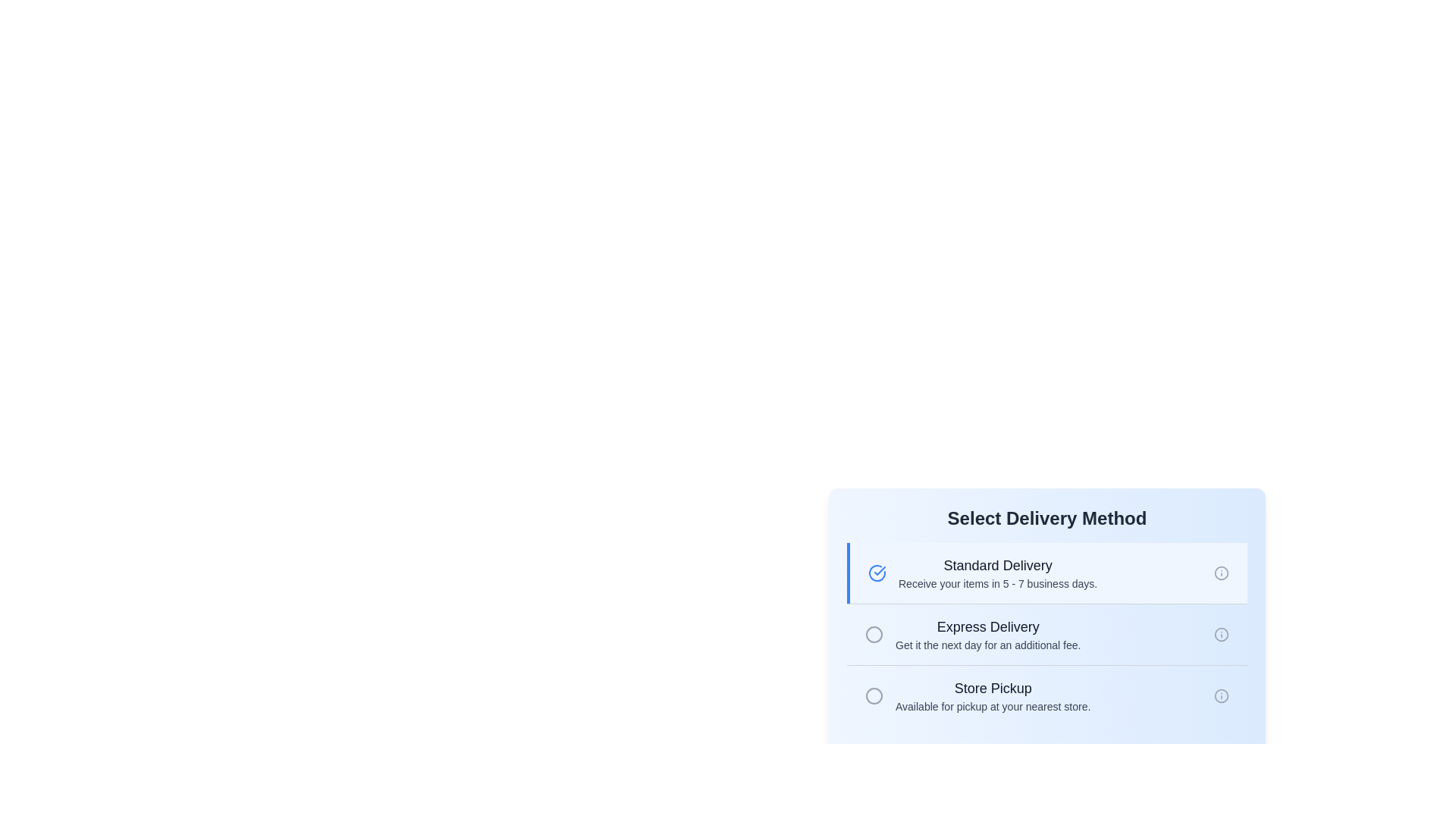 The image size is (1456, 819). I want to click on the radio button, so click(1046, 636).